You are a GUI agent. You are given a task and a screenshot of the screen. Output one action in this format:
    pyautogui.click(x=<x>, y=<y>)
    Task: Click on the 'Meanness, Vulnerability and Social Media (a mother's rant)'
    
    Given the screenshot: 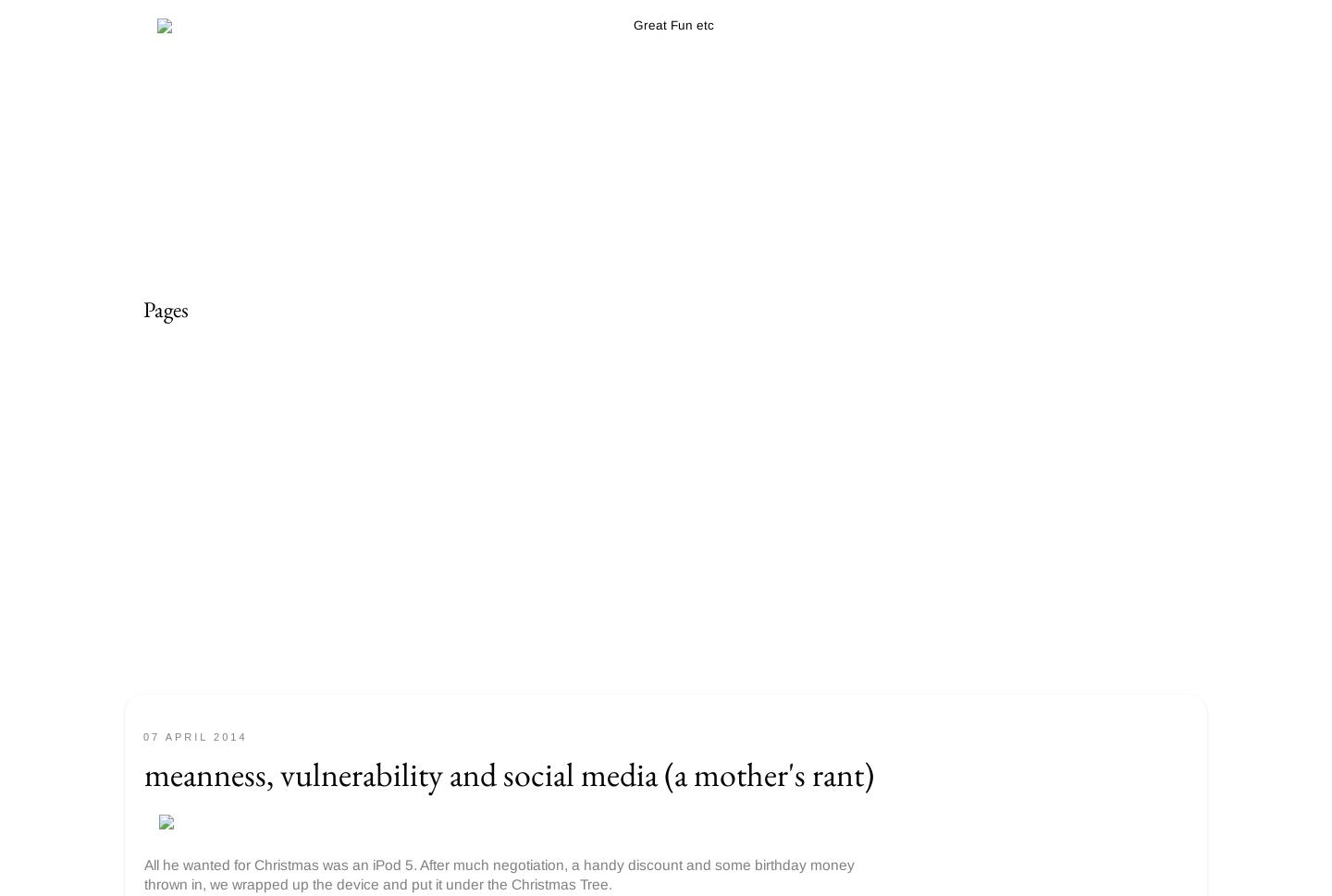 What is the action you would take?
    pyautogui.click(x=509, y=774)
    